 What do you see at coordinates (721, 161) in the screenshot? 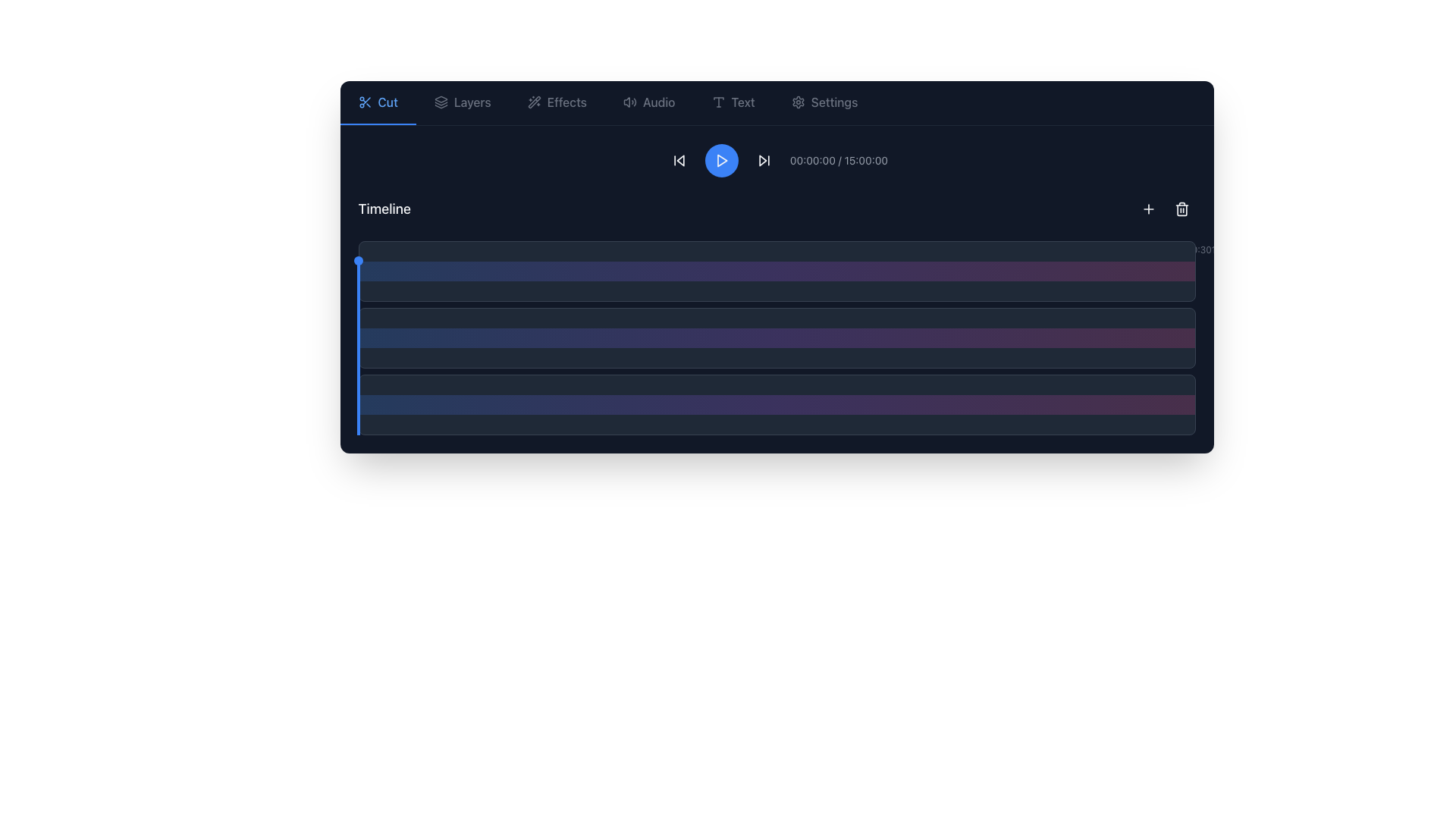
I see `the play button icon located in the central segment of the toolbar above the timeline` at bounding box center [721, 161].